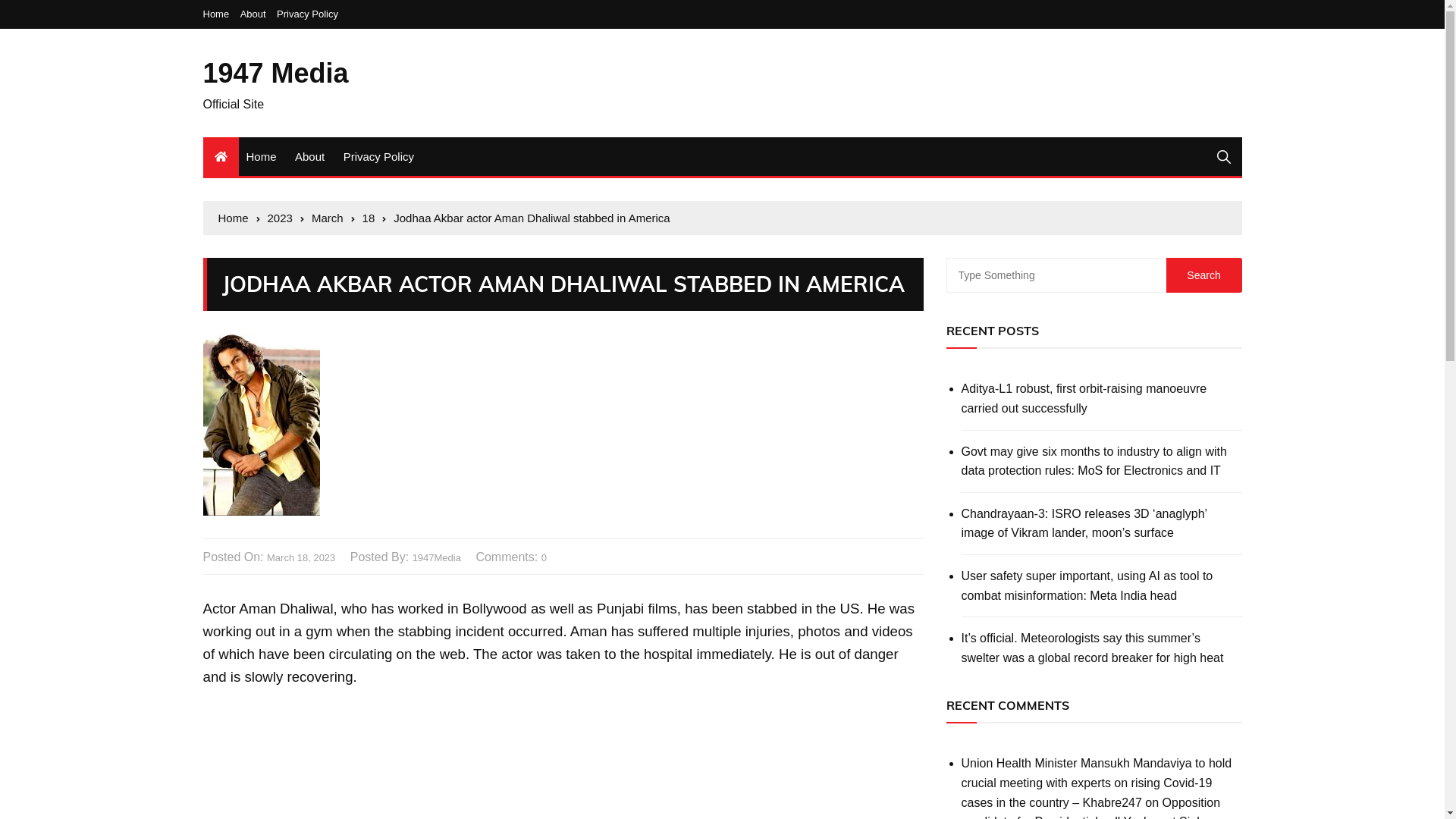 The height and width of the screenshot is (819, 1456). Describe the element at coordinates (1203, 275) in the screenshot. I see `'Search'` at that location.